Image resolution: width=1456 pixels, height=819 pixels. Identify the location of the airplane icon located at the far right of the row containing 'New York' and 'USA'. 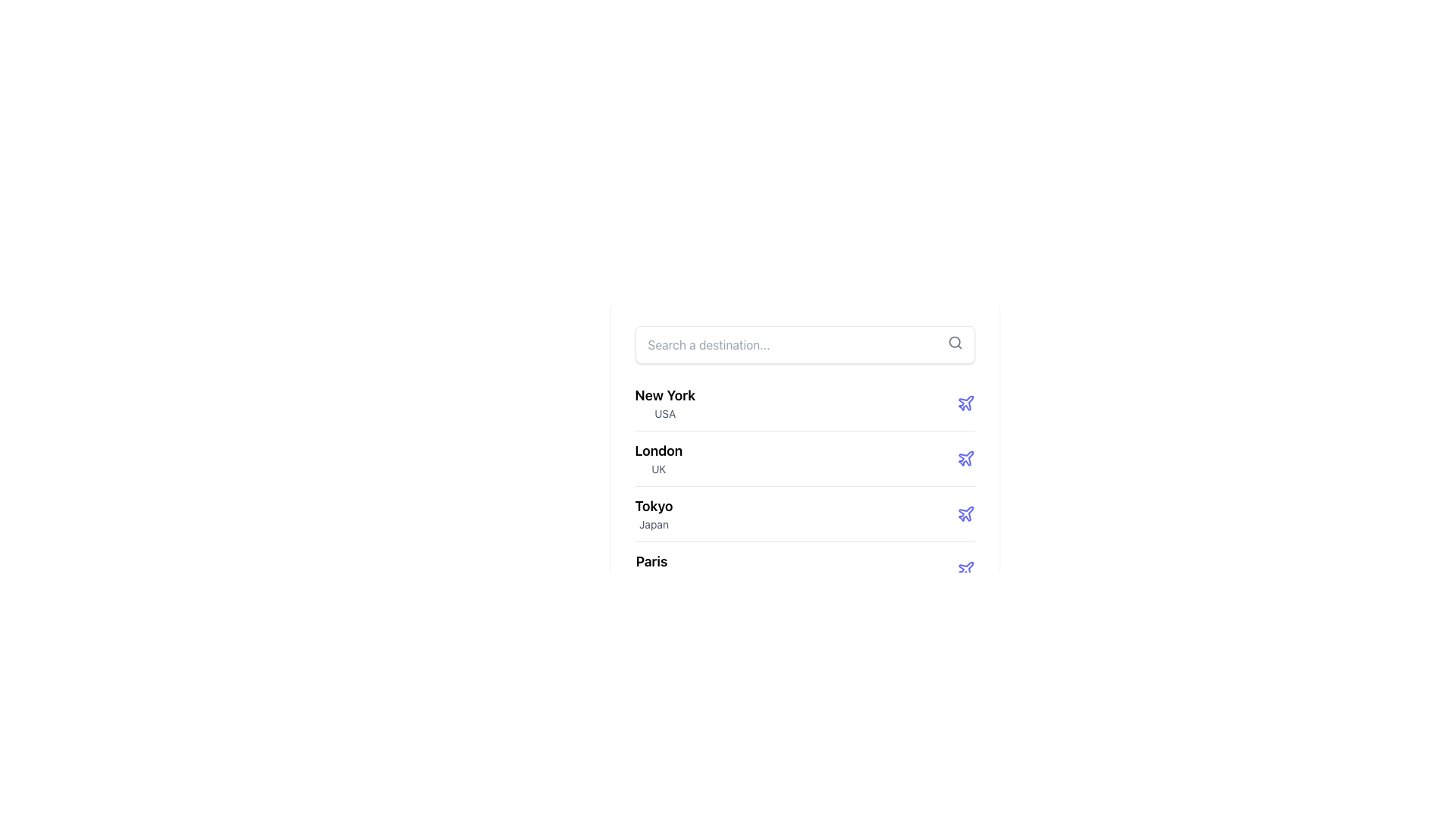
(965, 403).